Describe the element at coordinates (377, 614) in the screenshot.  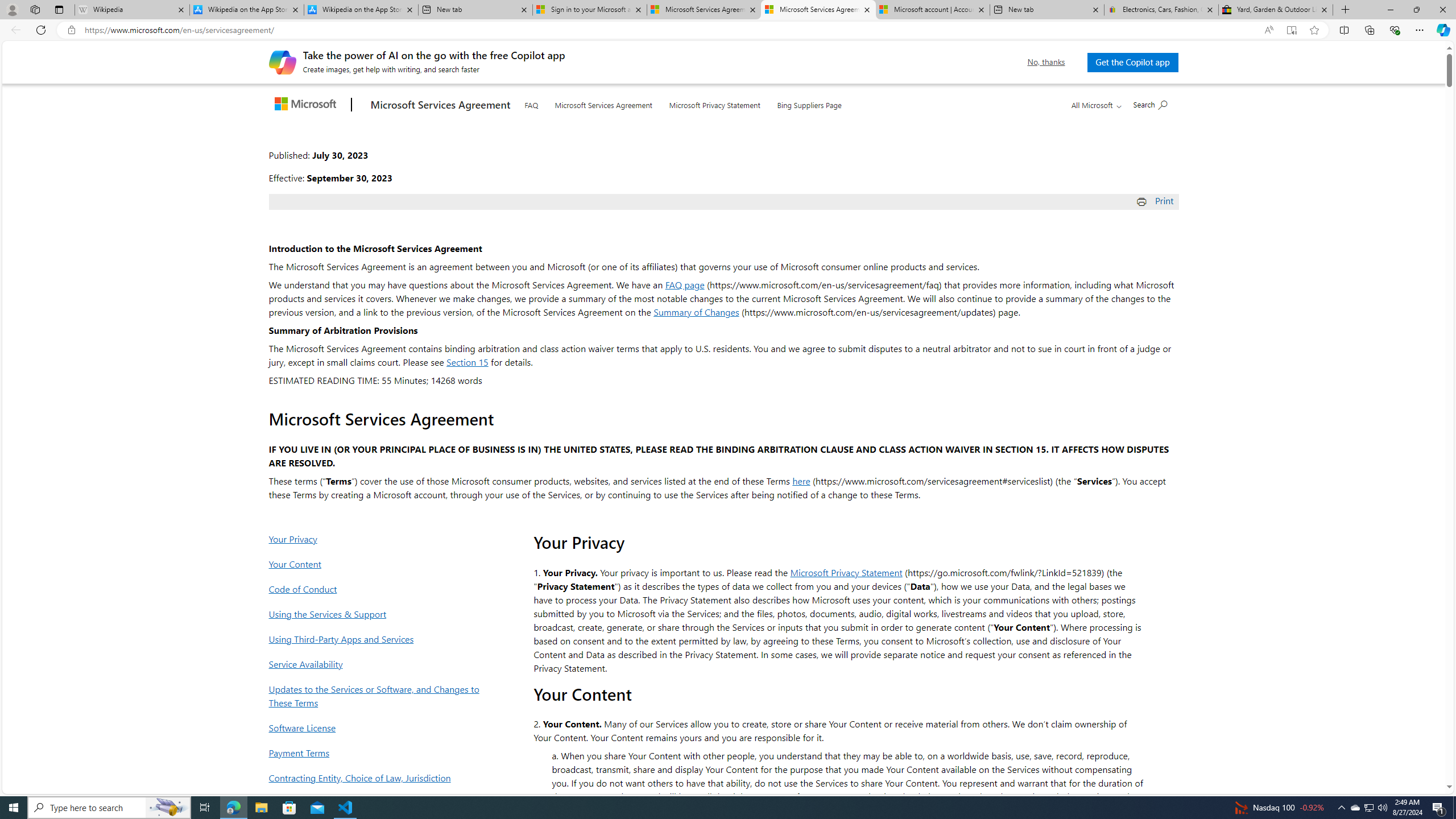
I see `'Using the Services & Support'` at that location.